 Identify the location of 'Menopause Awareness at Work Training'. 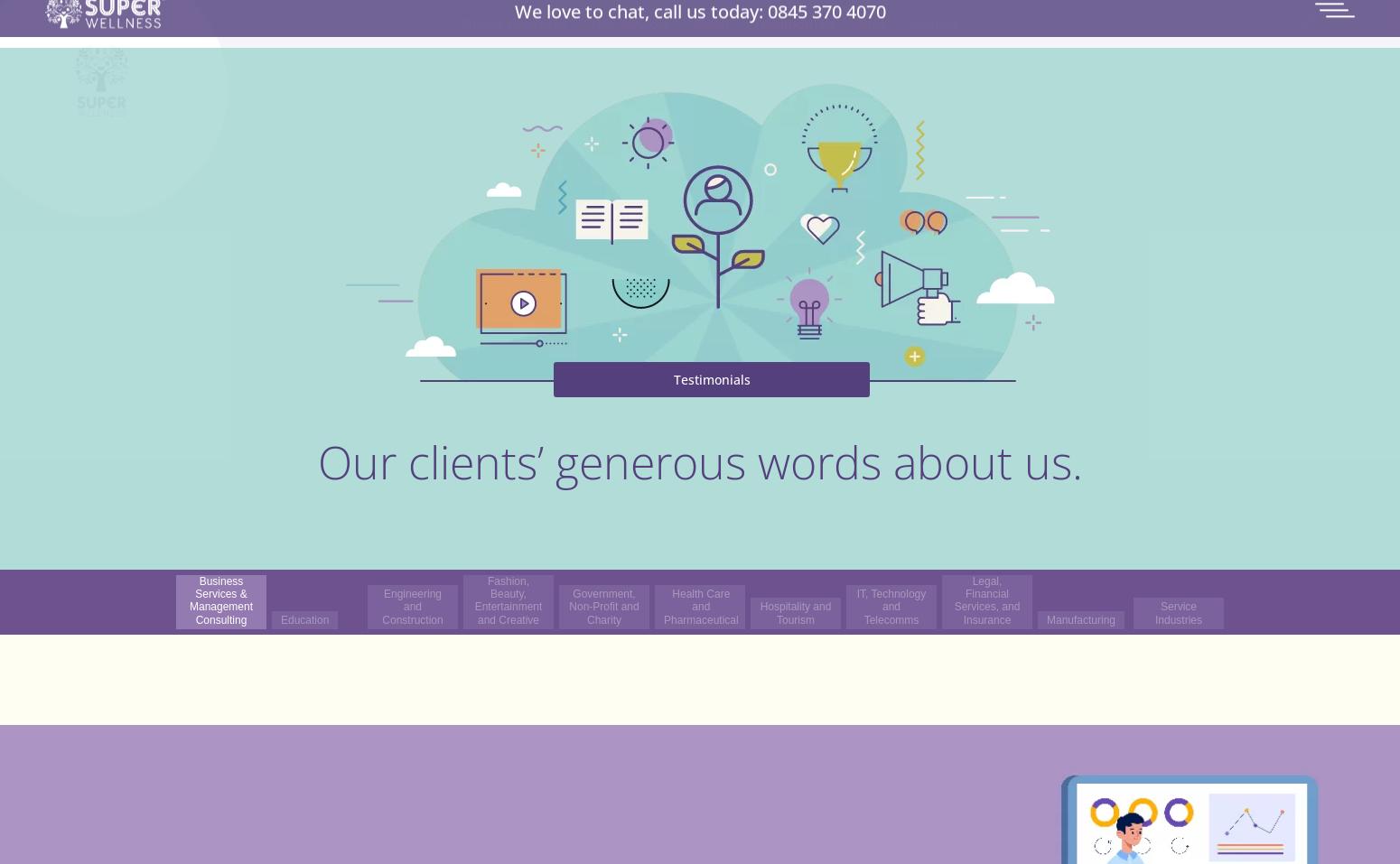
(692, 211).